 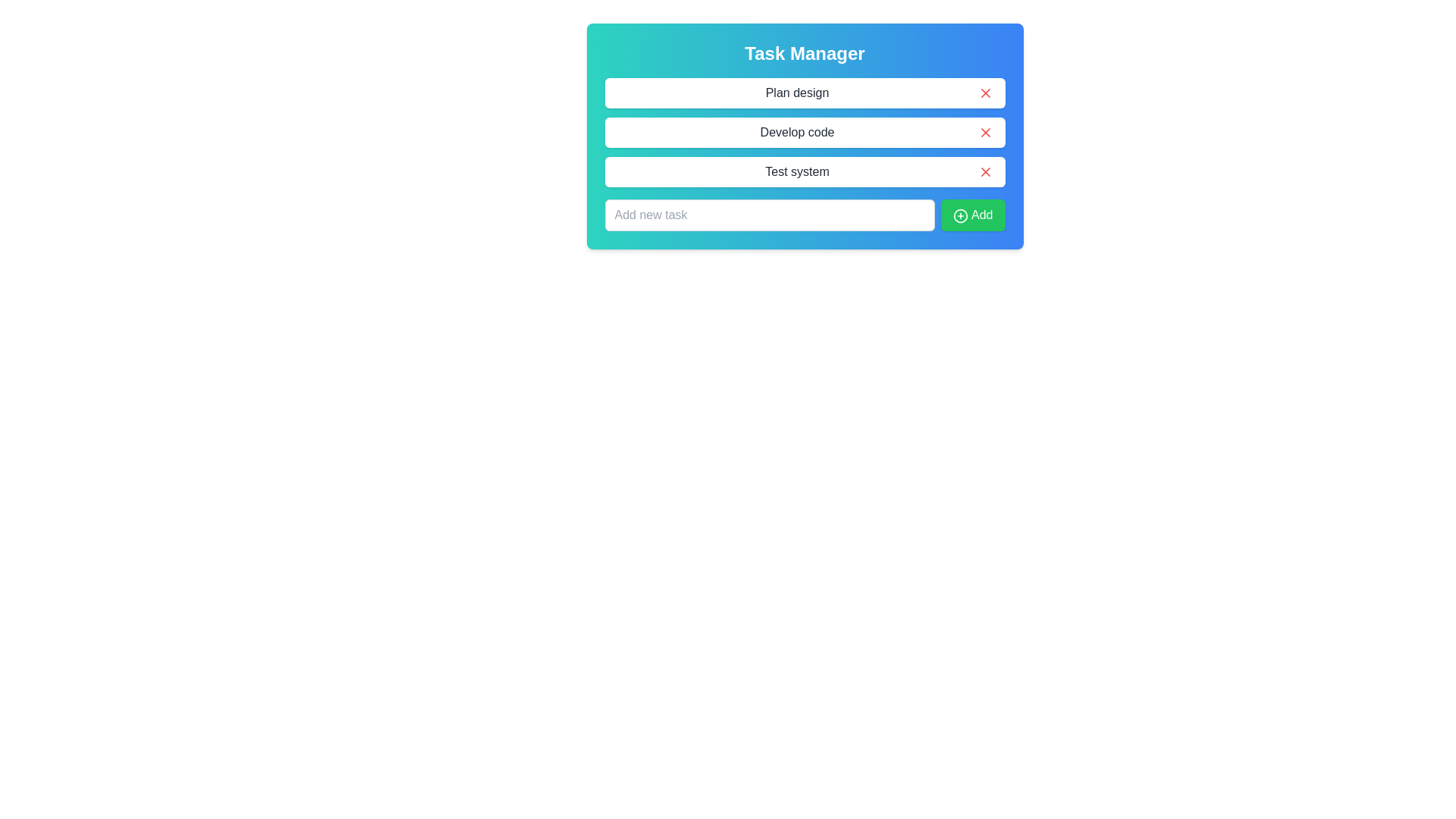 What do you see at coordinates (985, 131) in the screenshot?
I see `the 'X' button next to the task labeled Develop code to remove it` at bounding box center [985, 131].